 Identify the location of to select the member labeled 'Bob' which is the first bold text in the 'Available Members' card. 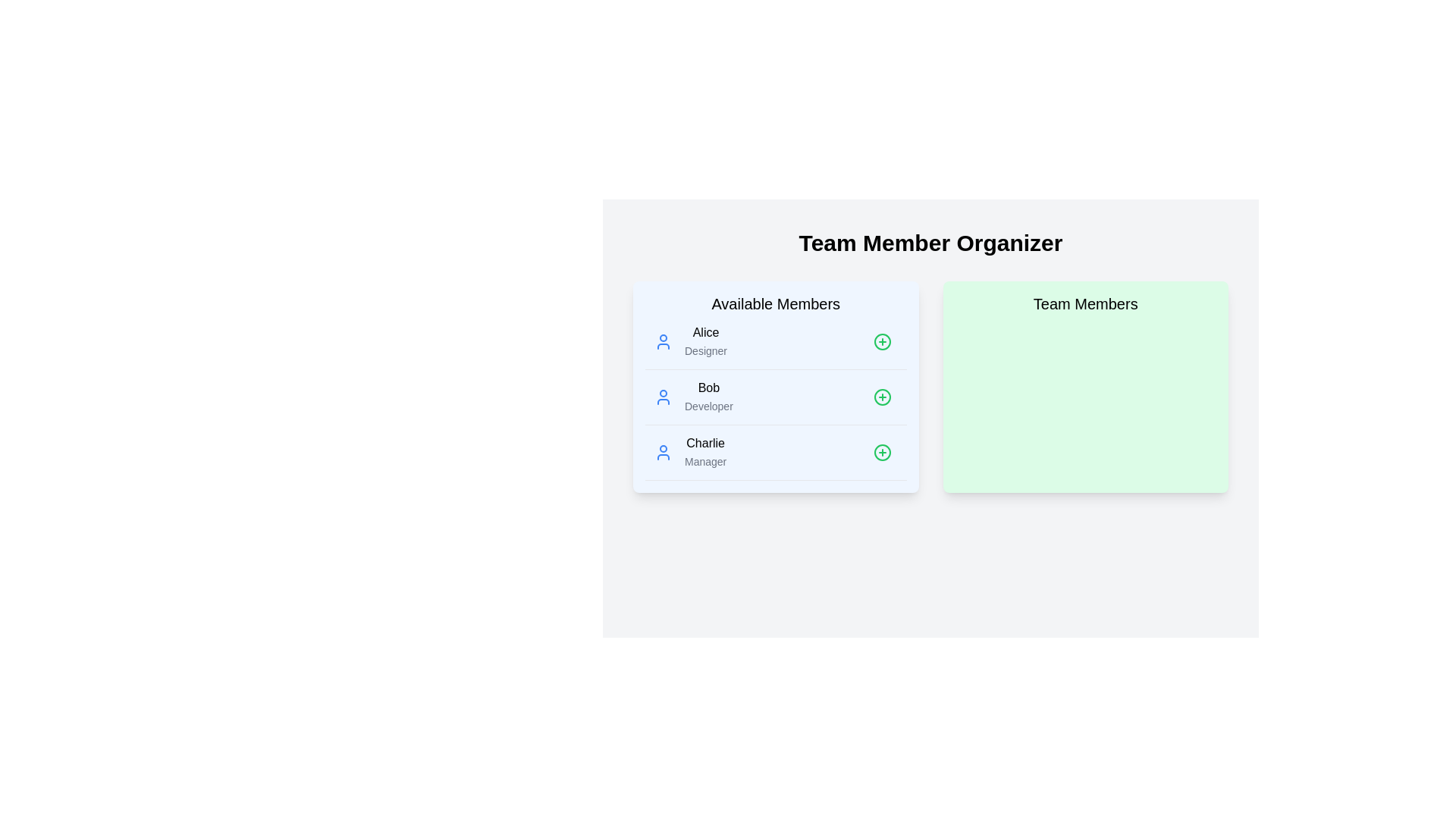
(708, 388).